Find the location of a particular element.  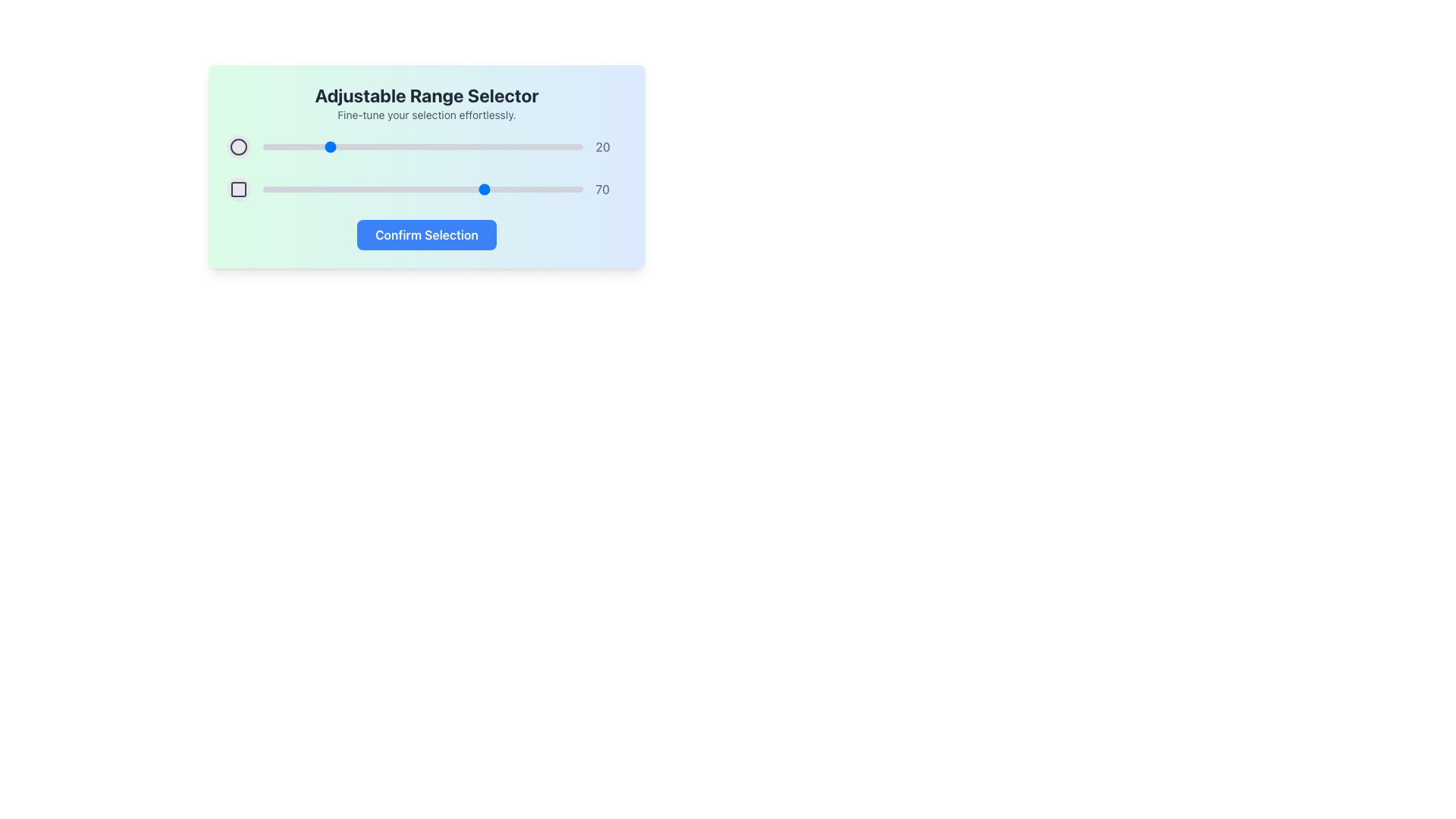

slider is located at coordinates (497, 146).